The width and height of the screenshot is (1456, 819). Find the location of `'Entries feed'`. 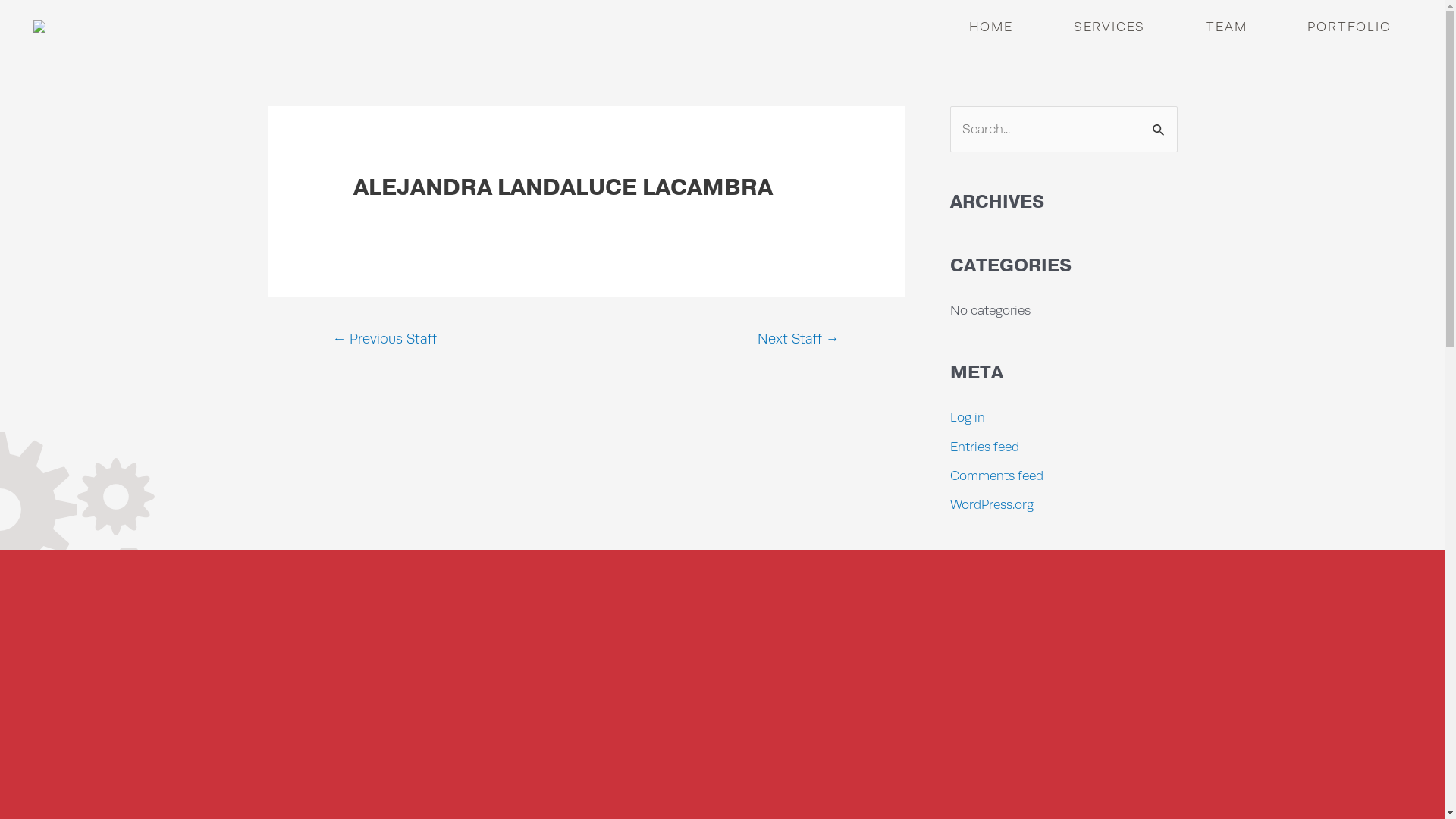

'Entries feed' is located at coordinates (984, 446).